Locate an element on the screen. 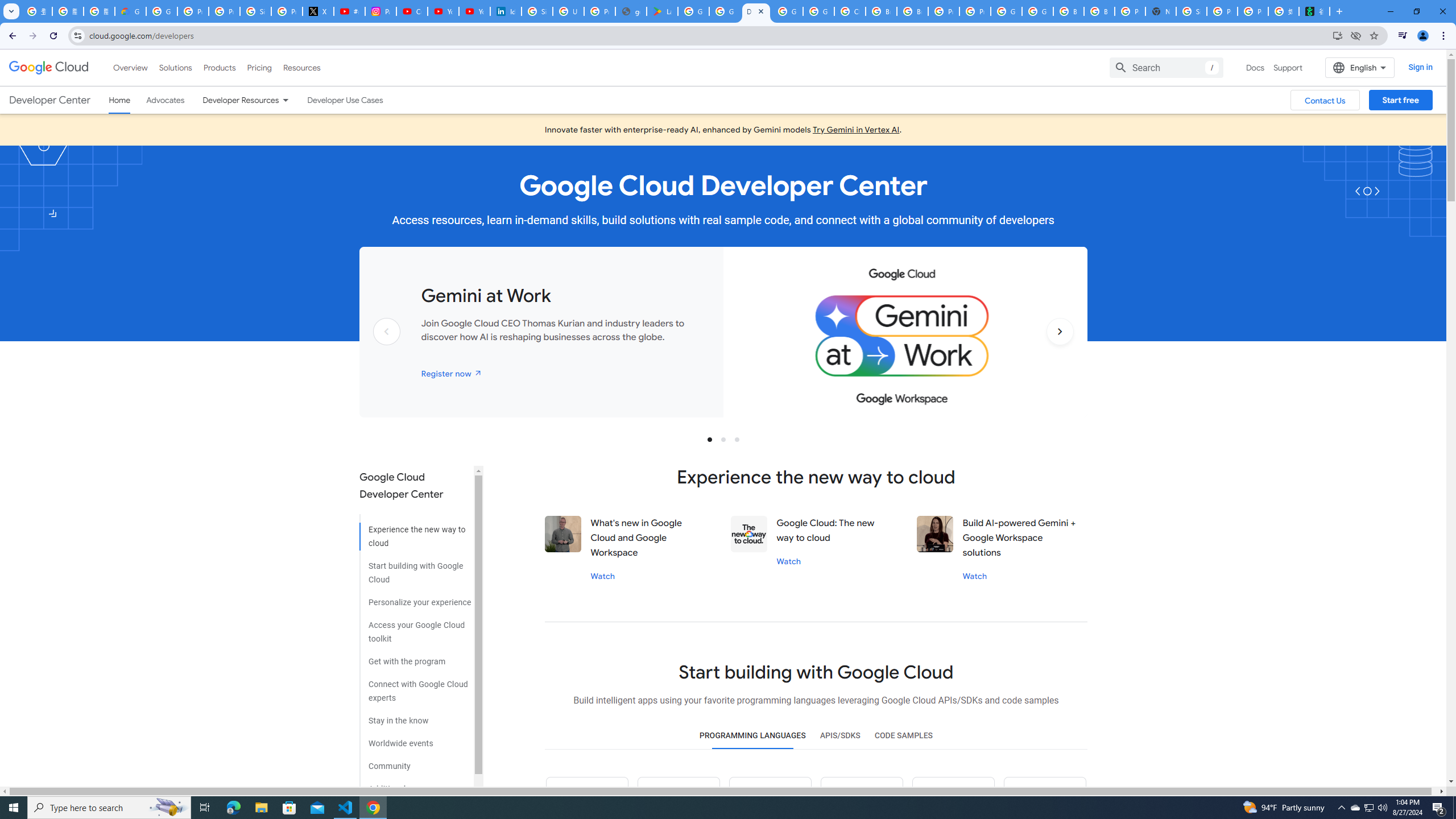 The height and width of the screenshot is (819, 1456). 'Browse Chrome as a guest - Computer - Google Chrome Help' is located at coordinates (1069, 11).